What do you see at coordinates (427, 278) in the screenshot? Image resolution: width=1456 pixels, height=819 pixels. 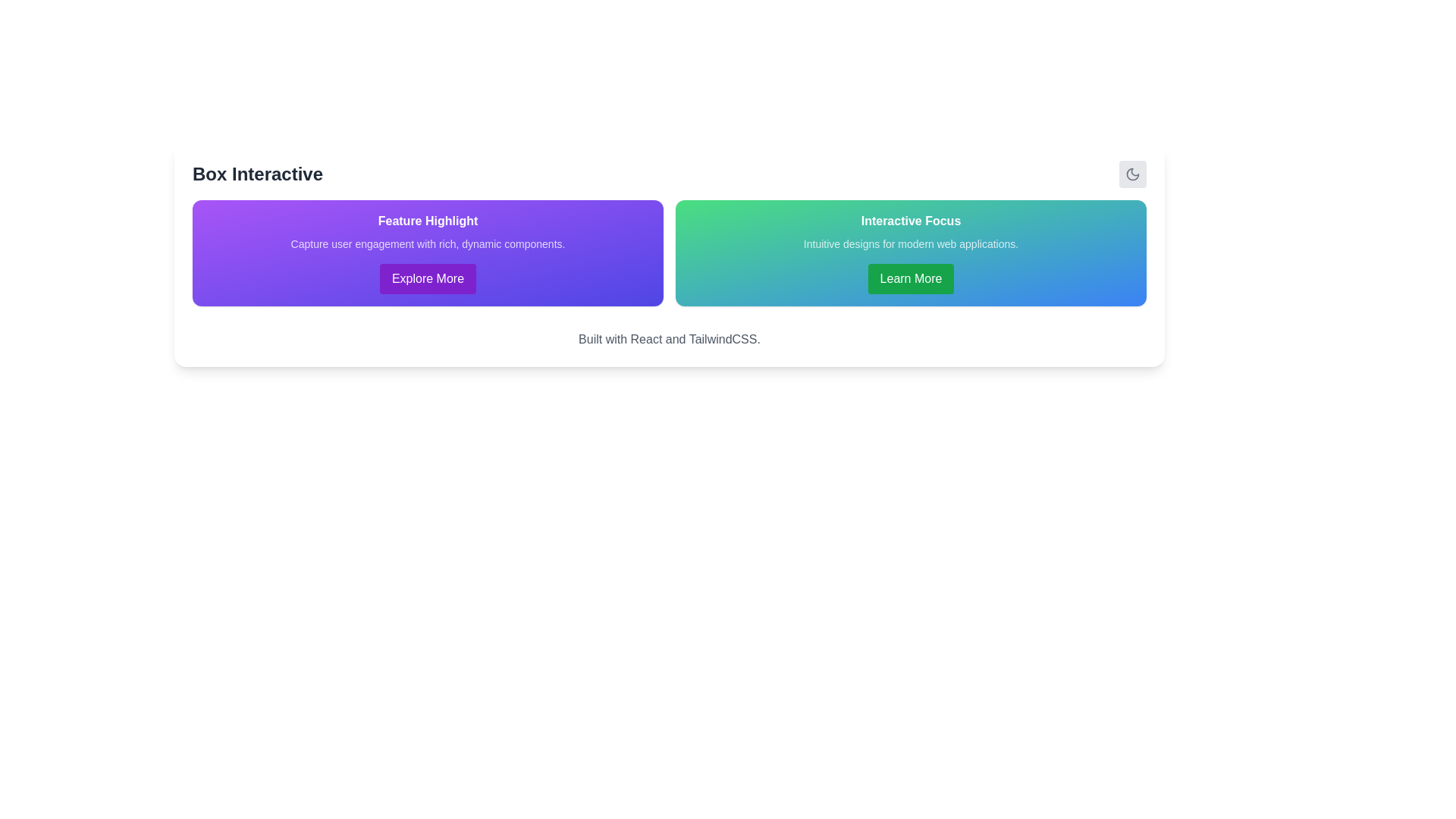 I see `the call-to-action button located below the text 'Capture user engagement with rich, dynamic components.' in the purple gradient-highlighted section` at bounding box center [427, 278].